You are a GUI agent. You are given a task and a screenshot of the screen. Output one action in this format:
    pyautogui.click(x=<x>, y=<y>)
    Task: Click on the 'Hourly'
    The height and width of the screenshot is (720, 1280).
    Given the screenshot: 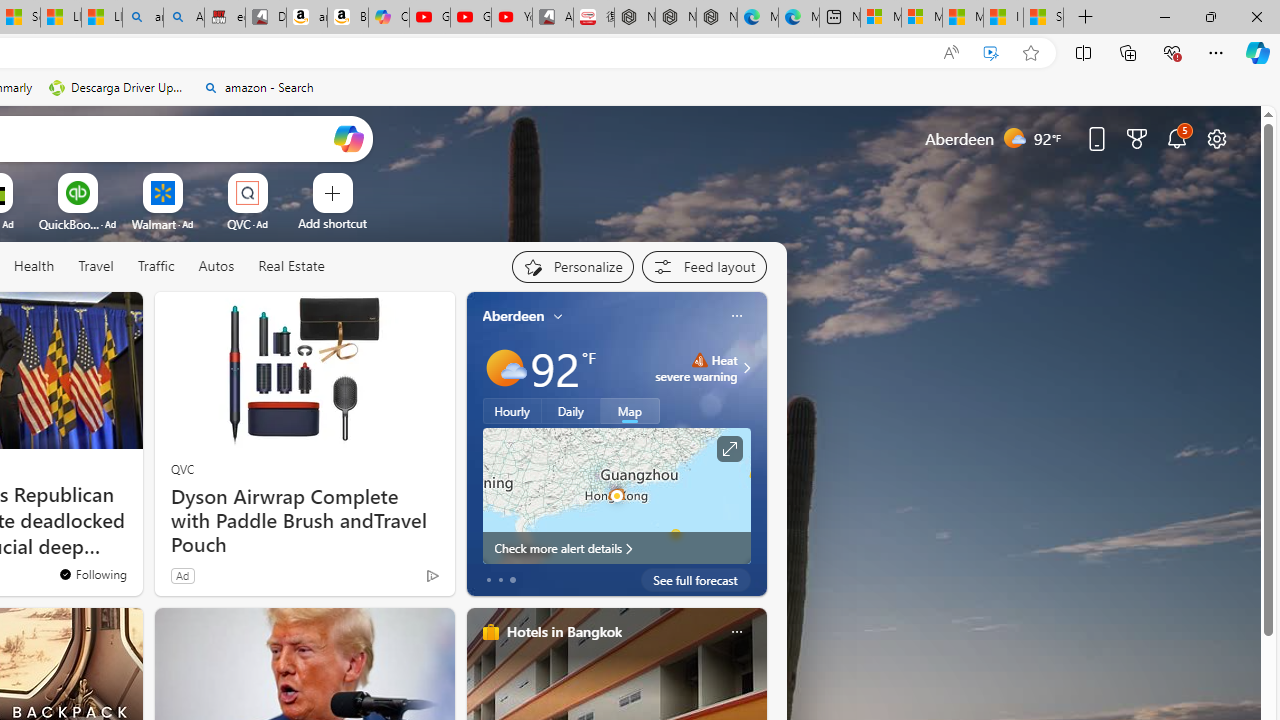 What is the action you would take?
    pyautogui.click(x=512, y=410)
    